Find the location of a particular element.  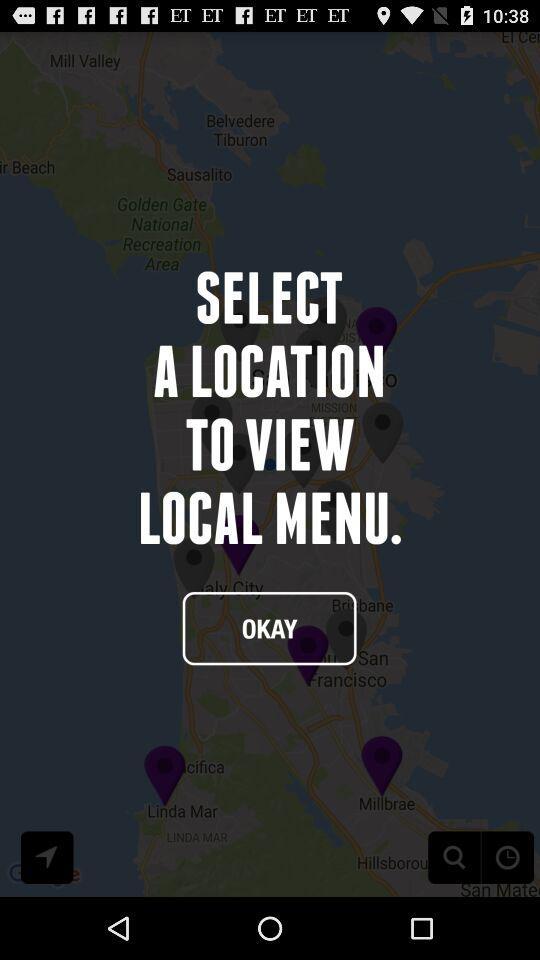

the time icon is located at coordinates (507, 917).